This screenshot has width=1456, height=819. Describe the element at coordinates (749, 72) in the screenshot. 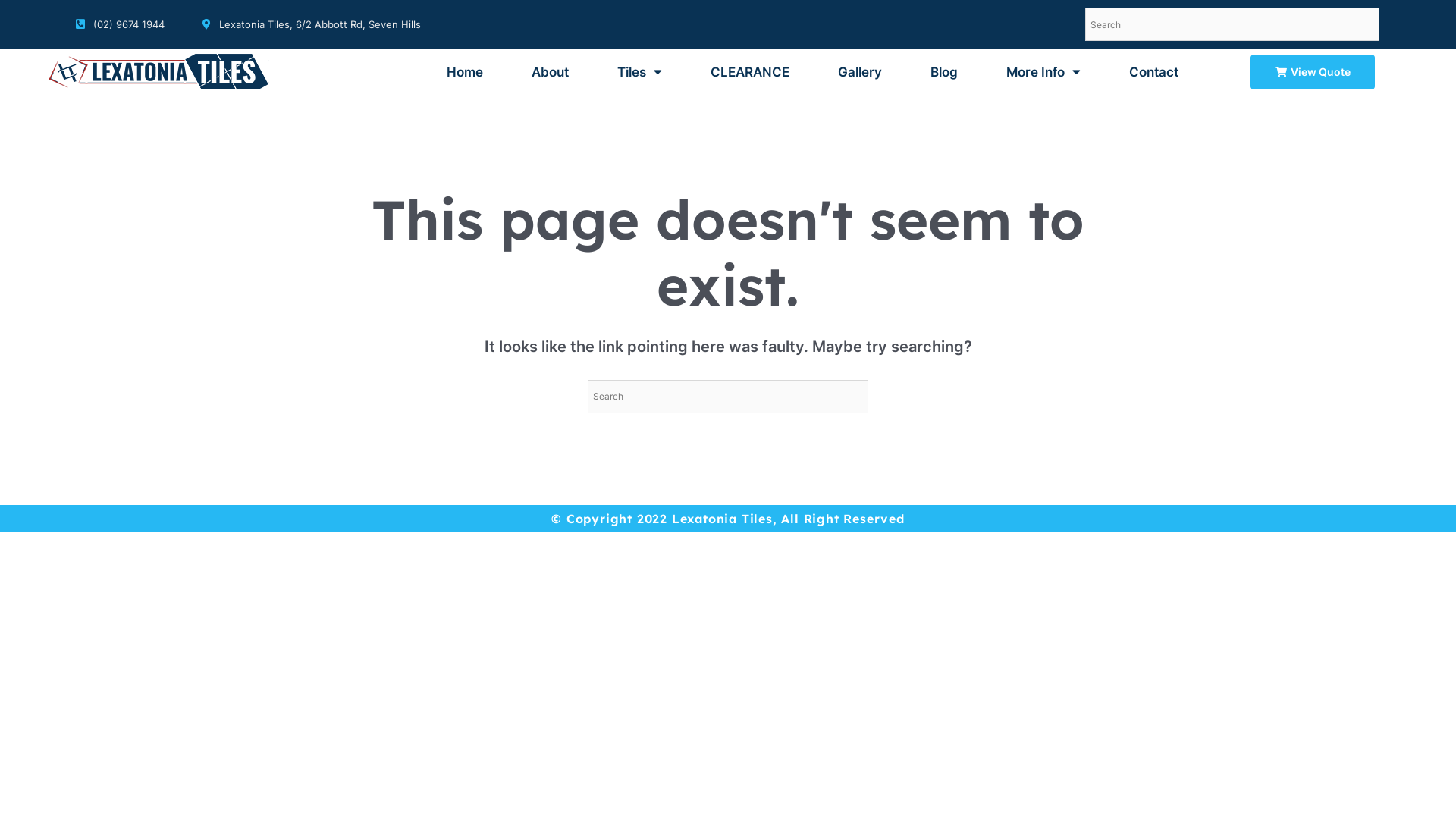

I see `'CLEARANCE'` at that location.